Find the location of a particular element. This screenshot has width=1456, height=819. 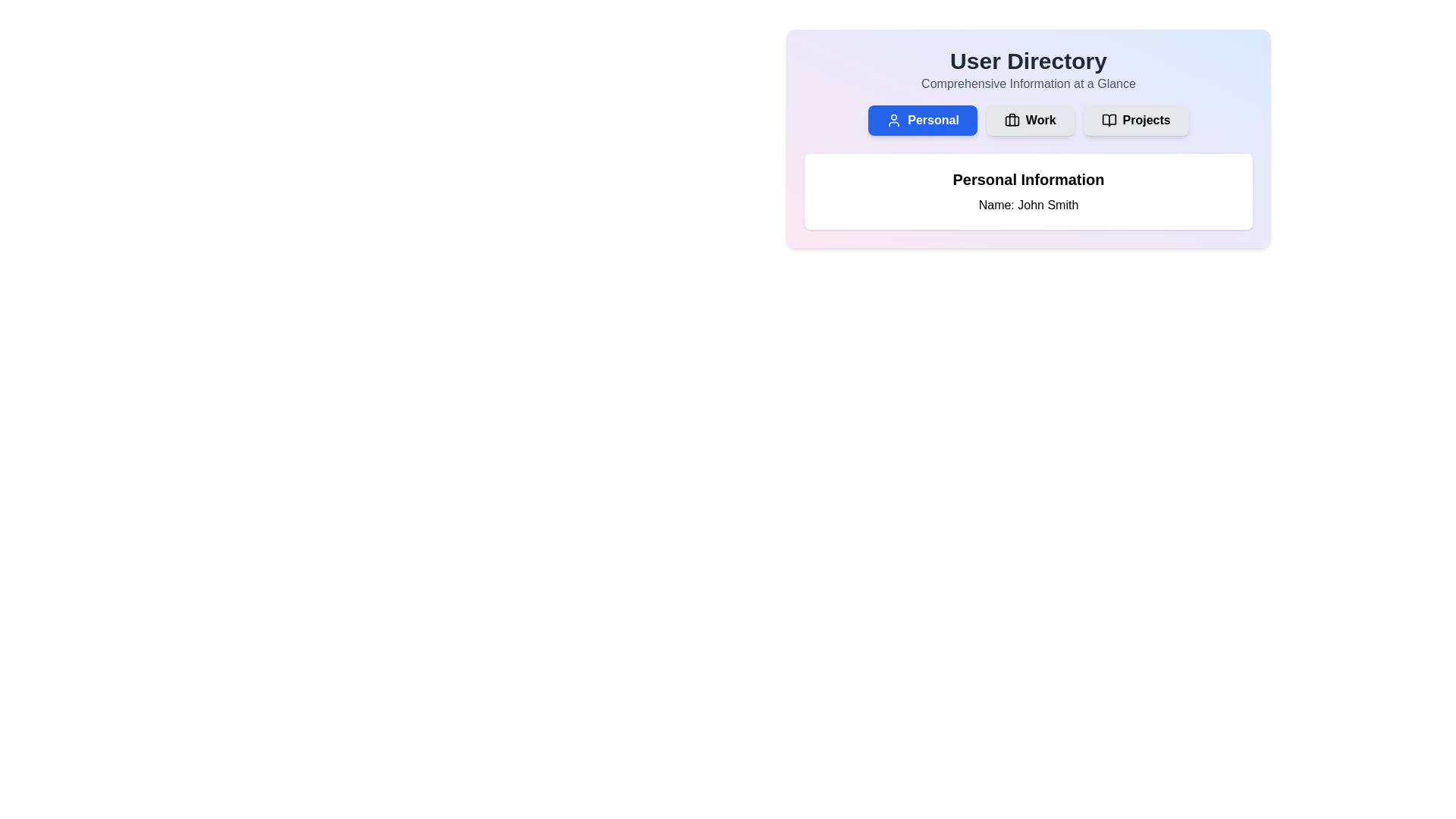

the 'Personal' button, which is a rounded rectangular button with a blue background and white text is located at coordinates (922, 119).